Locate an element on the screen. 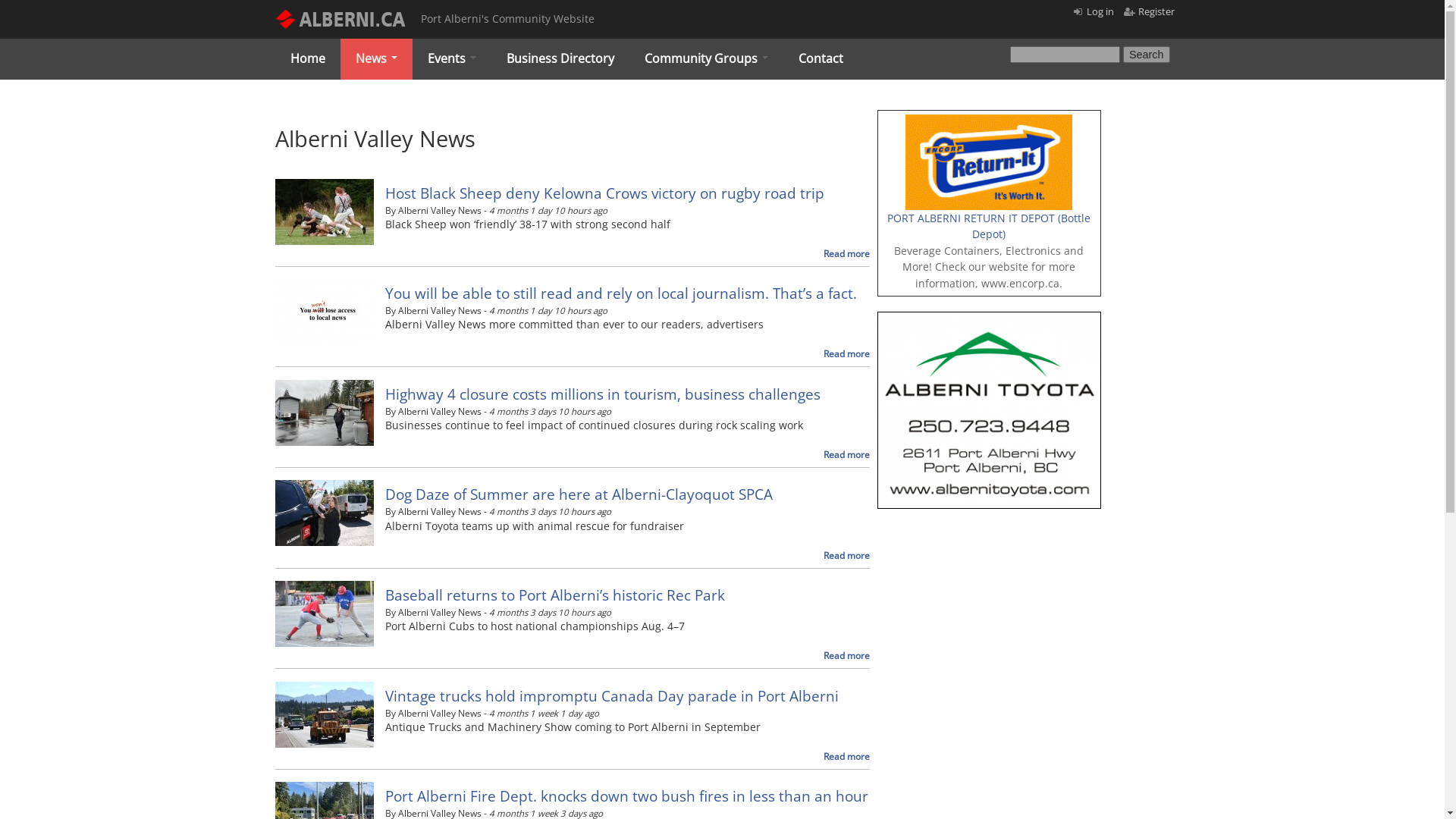 The width and height of the screenshot is (1456, 819). 'Log in' is located at coordinates (1100, 11).